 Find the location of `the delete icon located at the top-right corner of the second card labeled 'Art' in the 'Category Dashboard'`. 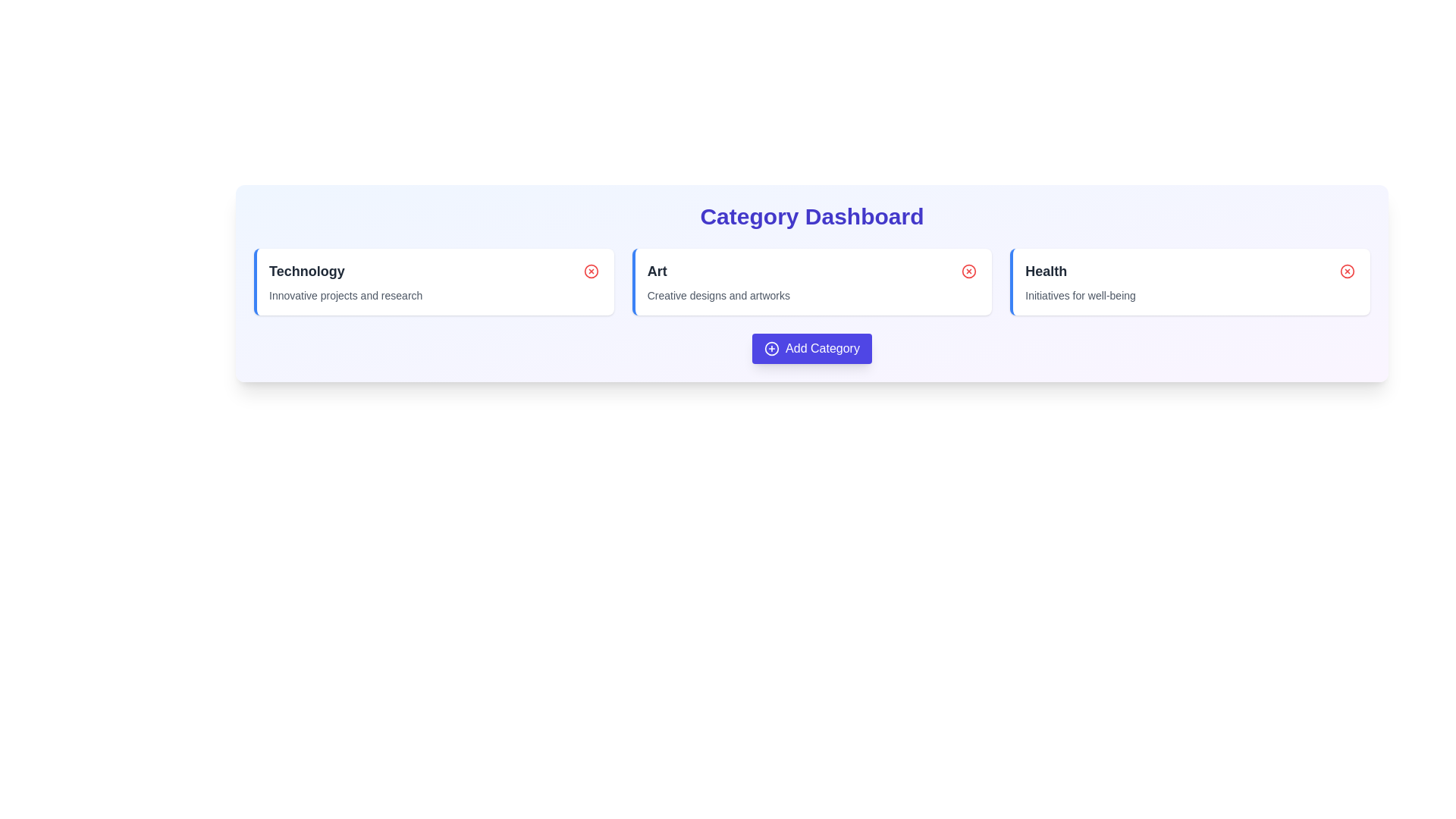

the delete icon located at the top-right corner of the second card labeled 'Art' in the 'Category Dashboard' is located at coordinates (968, 271).